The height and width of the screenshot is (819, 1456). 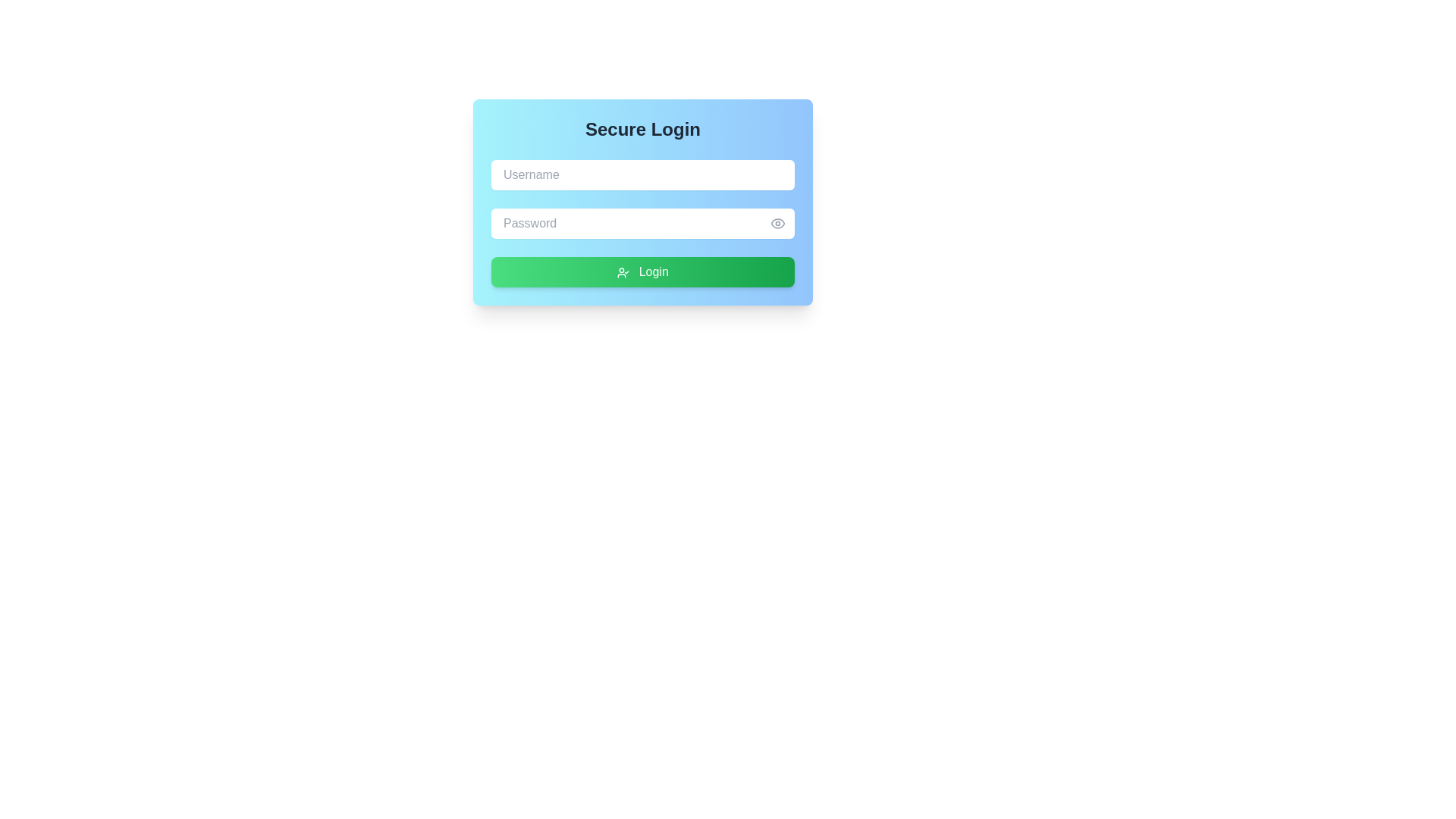 I want to click on the eye-shaped icon in the lower-right corner of the password input field, so click(x=778, y=223).